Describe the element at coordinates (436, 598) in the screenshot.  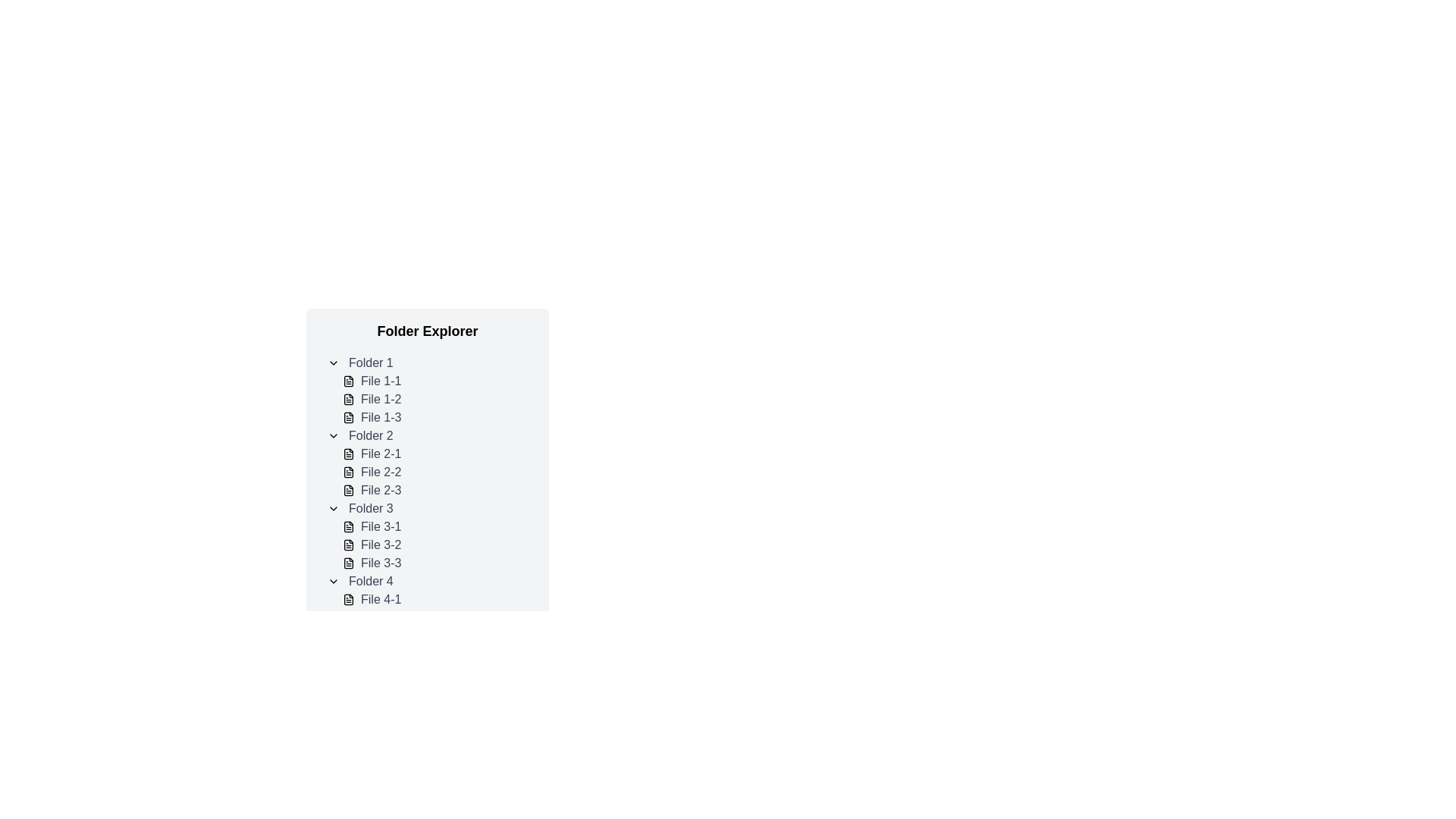
I see `the selectable file entry named 'File 4-1' in the list of files under 'Folder 4'` at that location.